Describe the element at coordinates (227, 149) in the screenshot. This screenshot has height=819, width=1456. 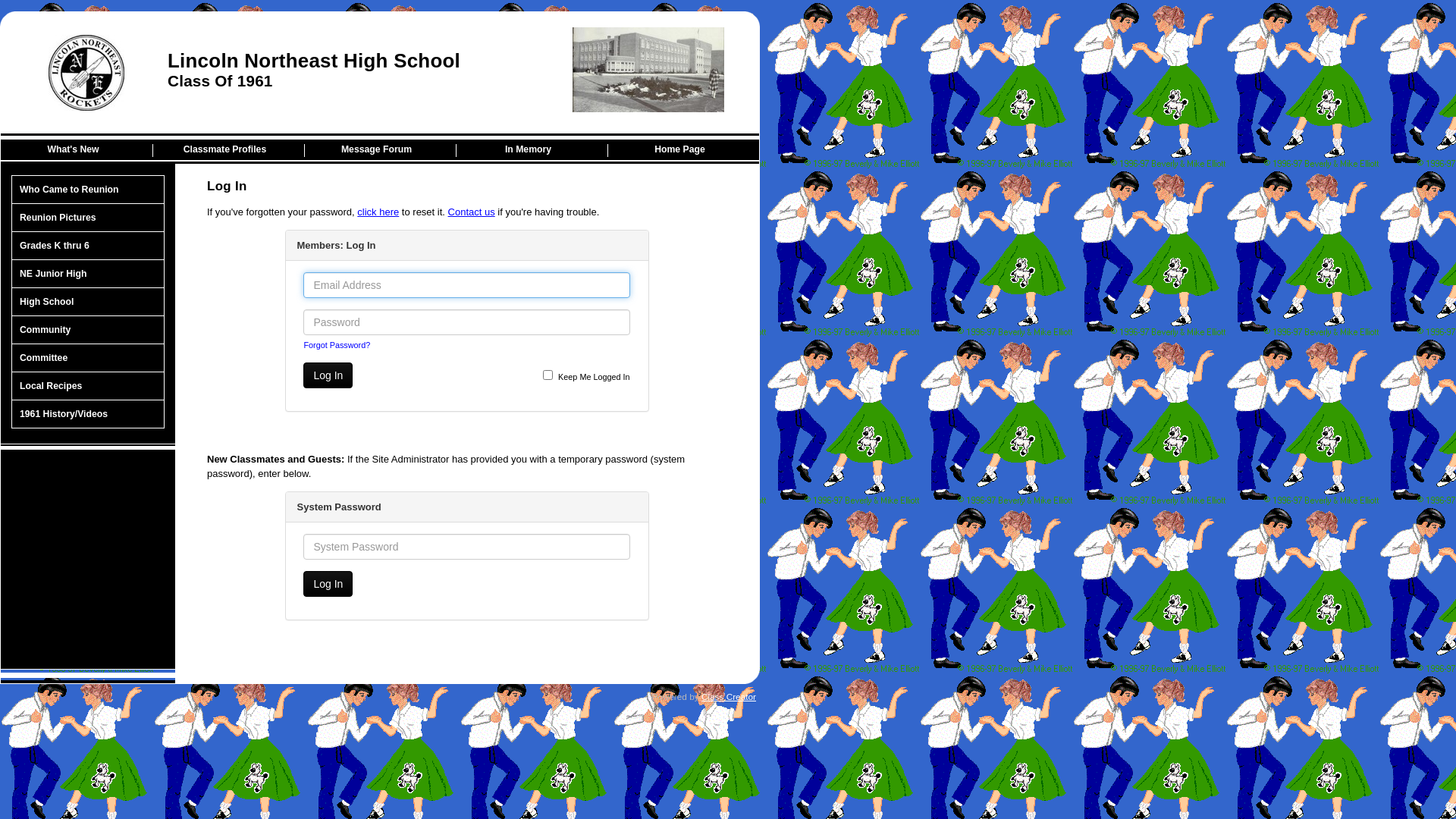
I see `'Classmate Profiles'` at that location.